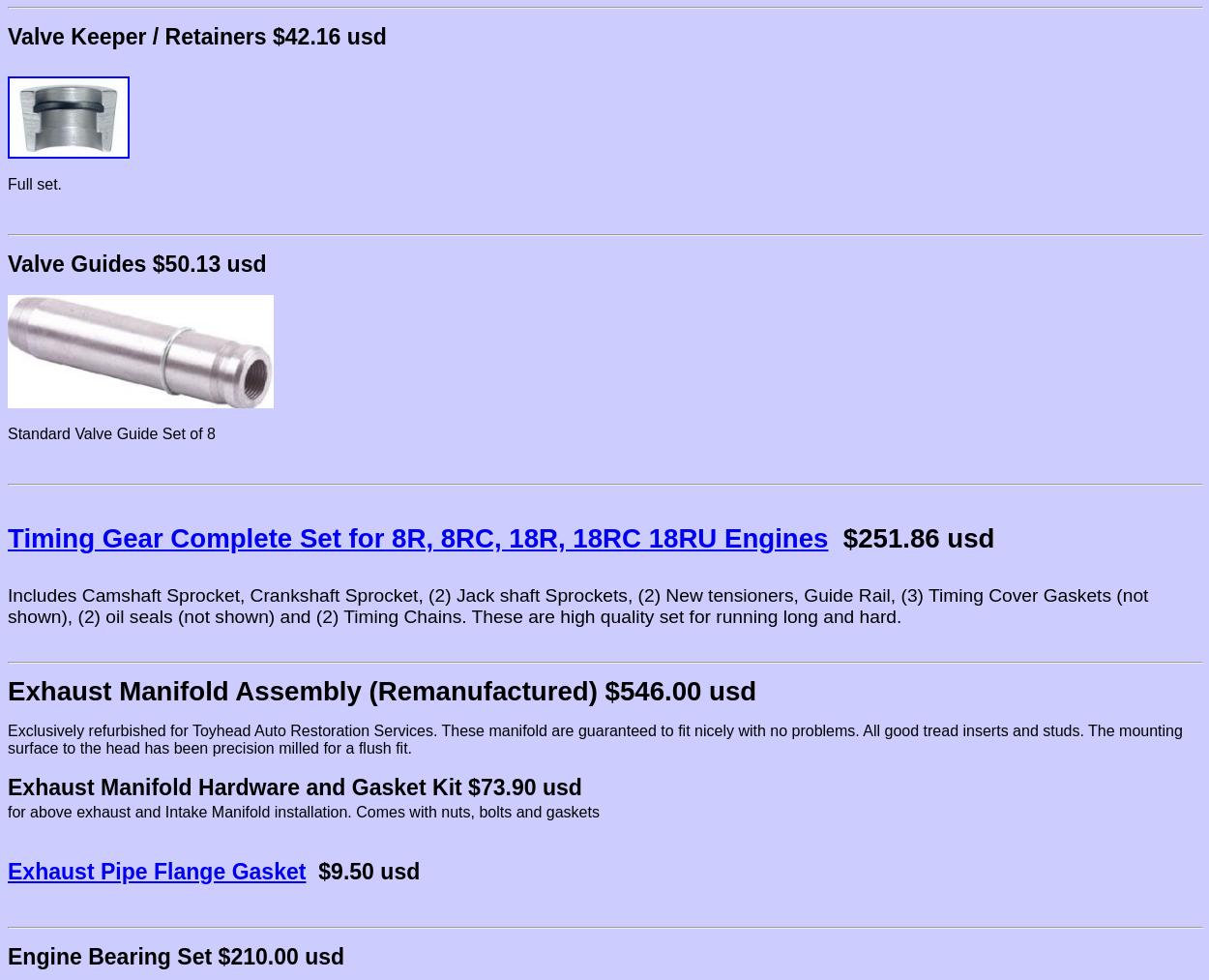 This screenshot has height=980, width=1209. Describe the element at coordinates (8, 35) in the screenshot. I see `'Valve Keeper
                / Retainers $42.16 usd'` at that location.